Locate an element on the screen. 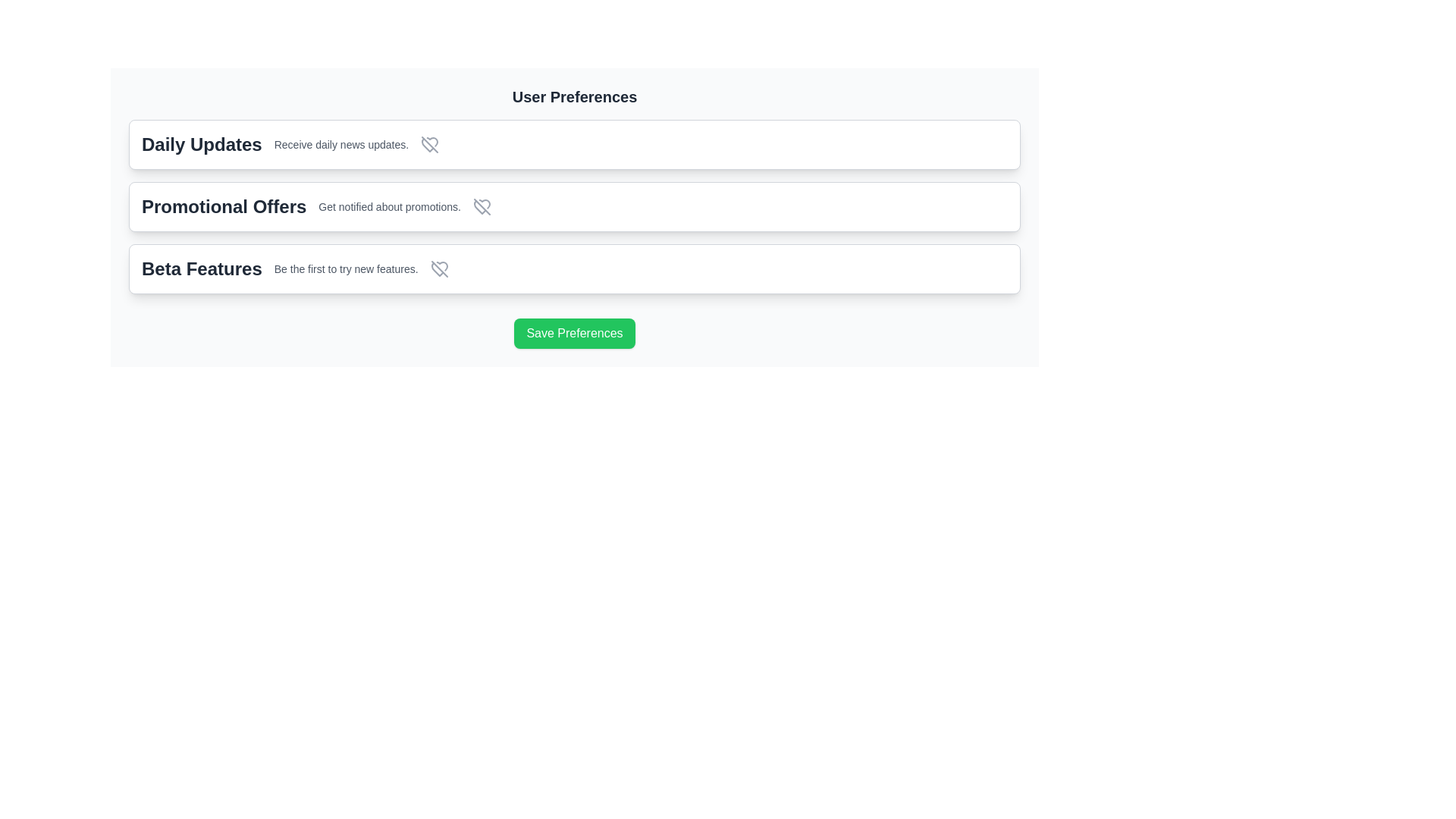 Image resolution: width=1456 pixels, height=819 pixels. the text label that reads 'Be the first to try new features.', which is styled in gray and positioned next to the 'Beta Features' label is located at coordinates (345, 268).